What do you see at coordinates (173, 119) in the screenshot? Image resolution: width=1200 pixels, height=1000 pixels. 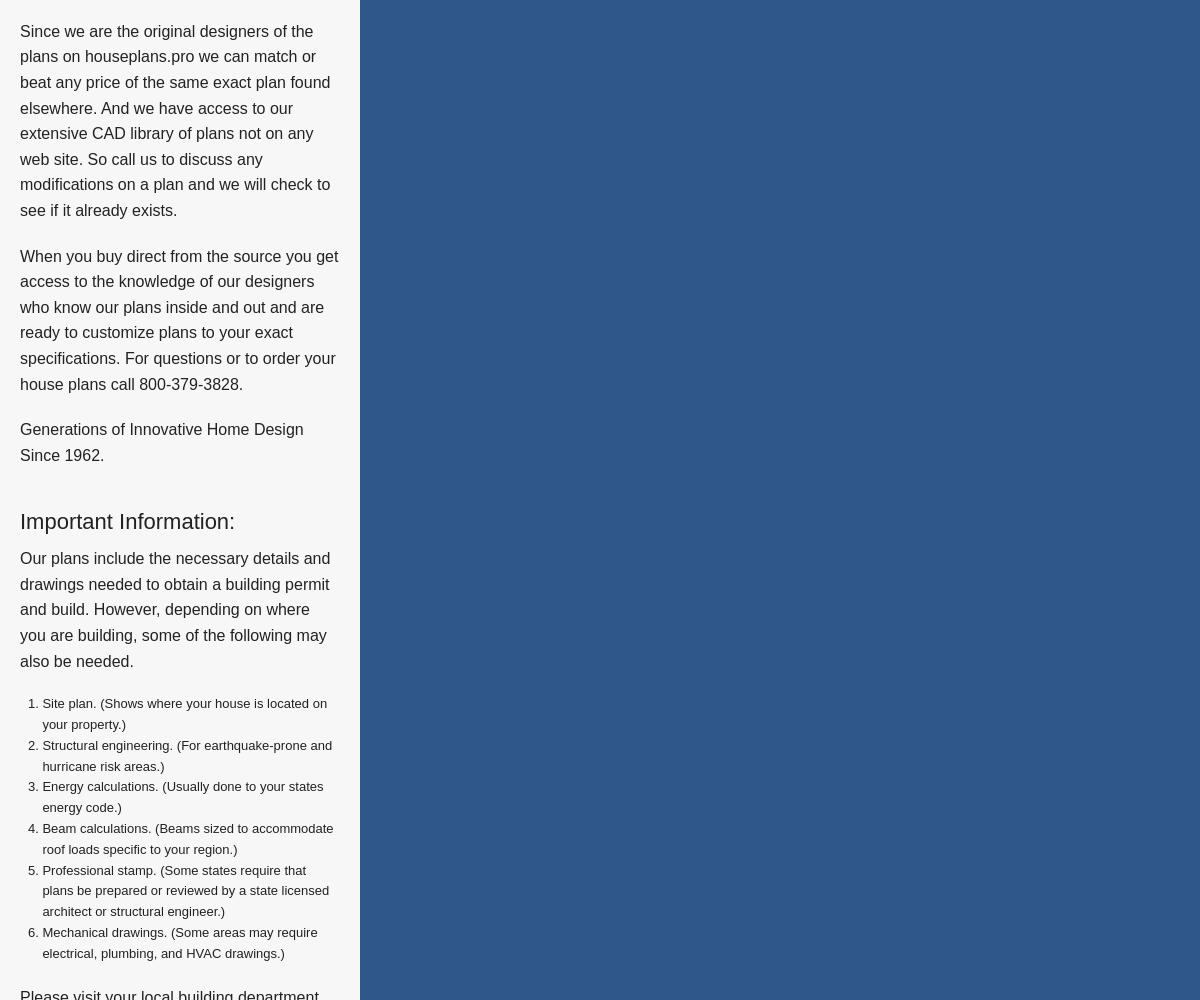 I see `'Since we are the original designers of the plans on houseplans.pro we can match or beat any price of the same exact plan found elsewhere. And we have access to our extensive CAD library of plans not on any web site. So call us to discuss any modifications on a plan and we will check to see if it already exists.'` at bounding box center [173, 119].